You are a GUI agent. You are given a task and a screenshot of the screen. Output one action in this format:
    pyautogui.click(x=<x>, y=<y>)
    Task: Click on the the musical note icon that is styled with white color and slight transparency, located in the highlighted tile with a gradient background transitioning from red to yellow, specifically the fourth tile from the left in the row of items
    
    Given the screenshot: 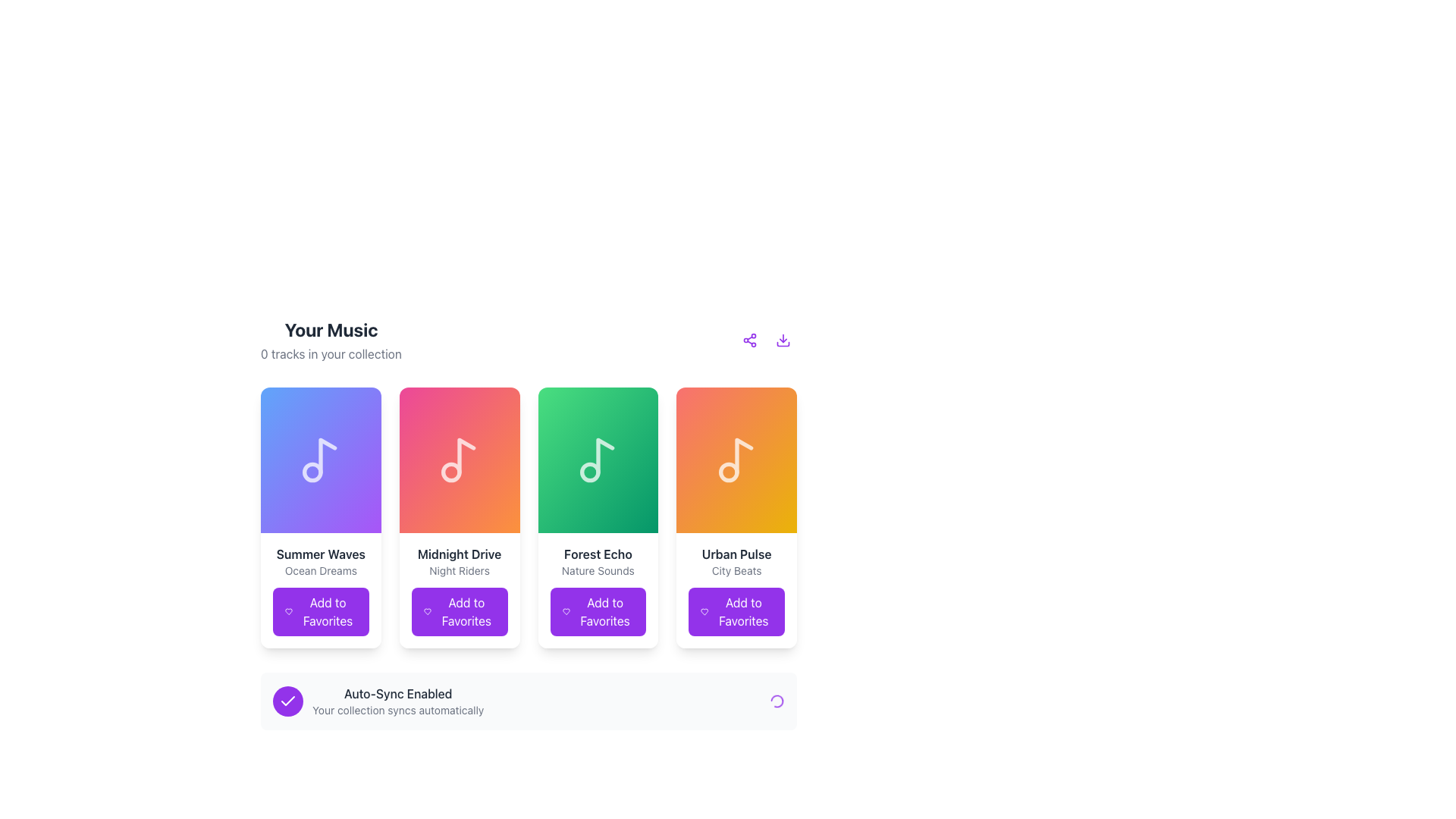 What is the action you would take?
    pyautogui.click(x=736, y=459)
    